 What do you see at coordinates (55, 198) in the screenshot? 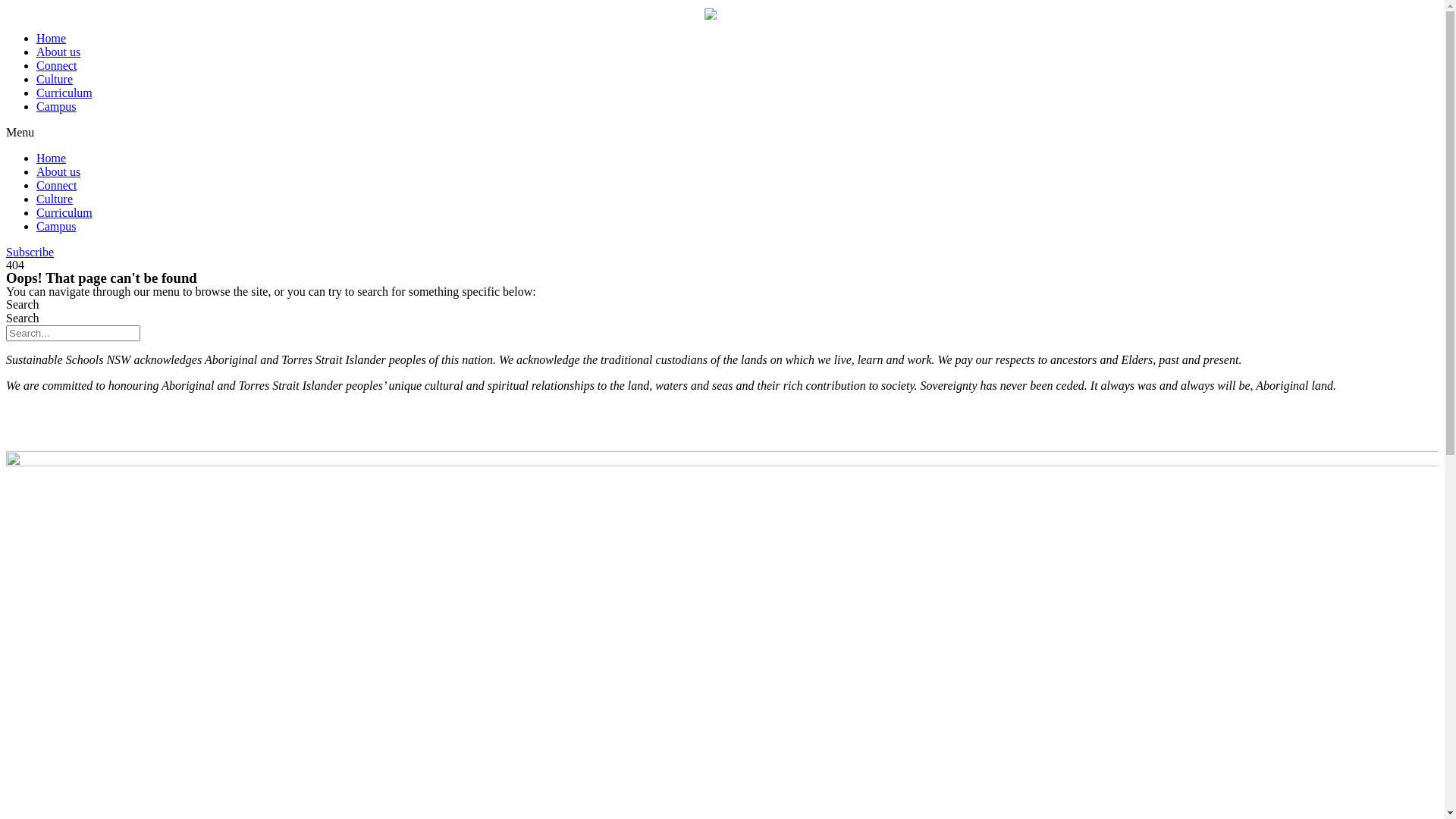
I see `'Culture'` at bounding box center [55, 198].